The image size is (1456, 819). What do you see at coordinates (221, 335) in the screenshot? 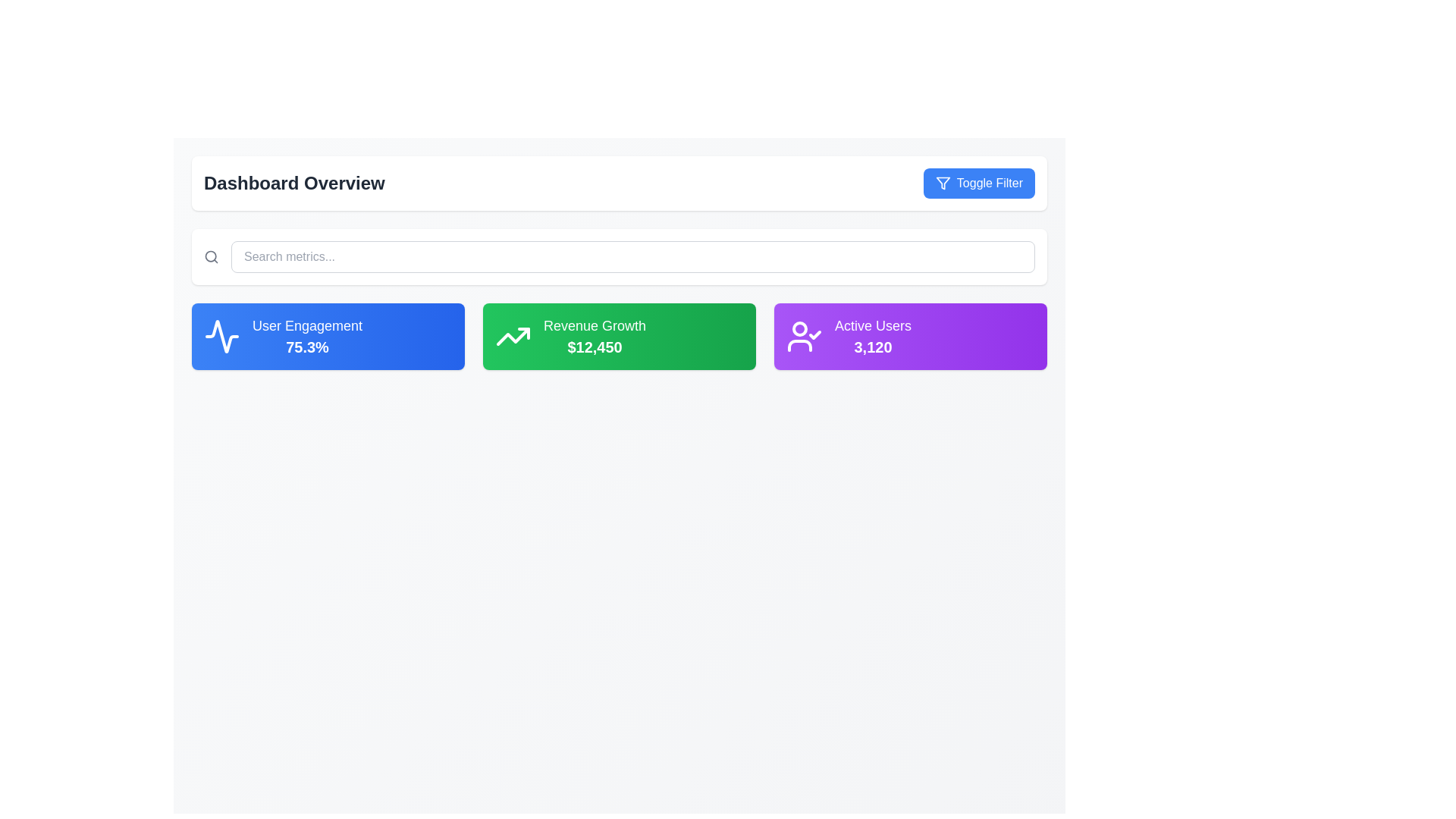
I see `the waveform icon with a clean, minimalistic white outline on a vibrant blue background, located in the leftmost section of the User Engagement metric card` at bounding box center [221, 335].